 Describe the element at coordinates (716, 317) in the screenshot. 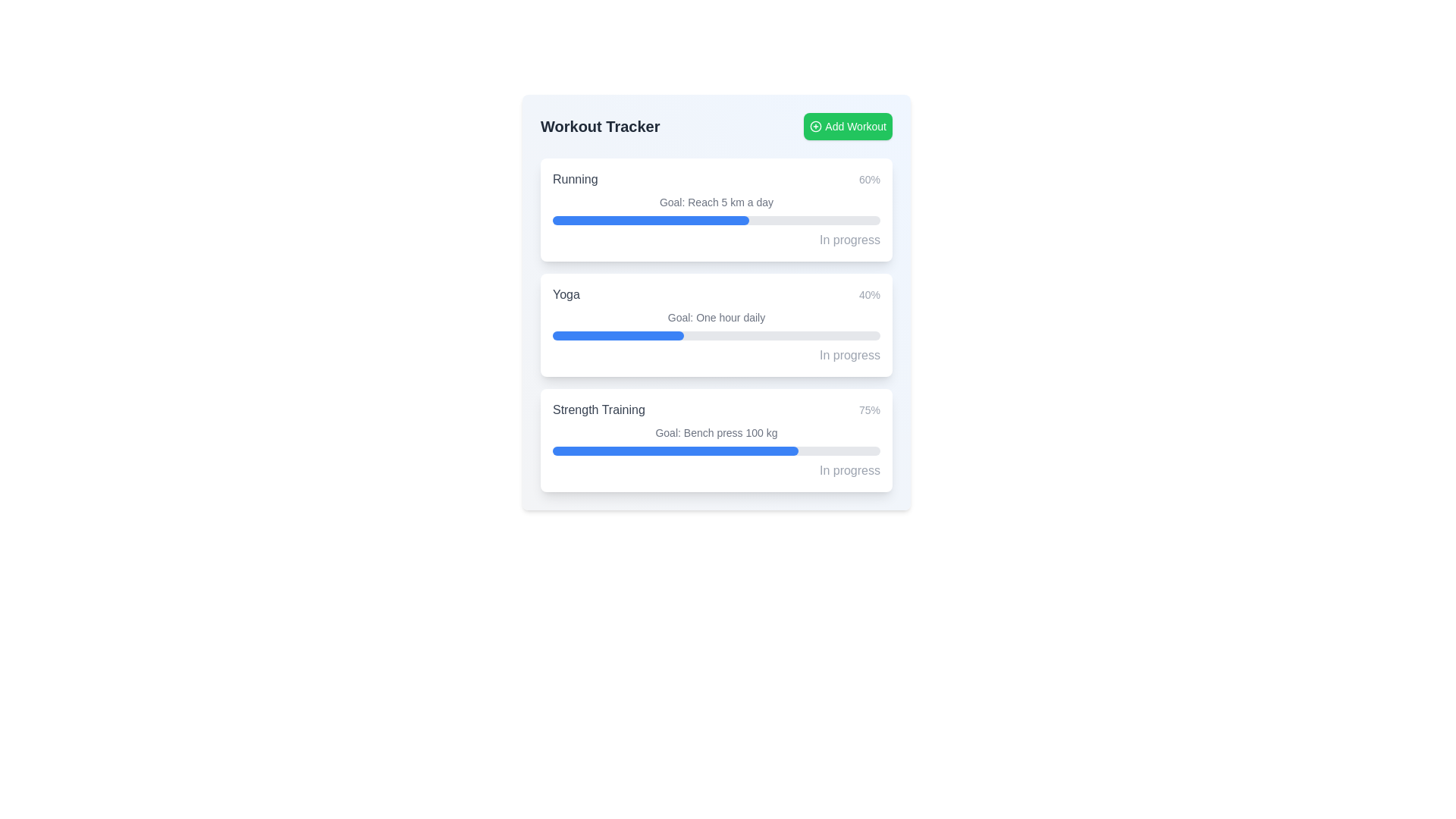

I see `the text label displaying 'Goal: One hour daily' within the Yoga task card` at that location.